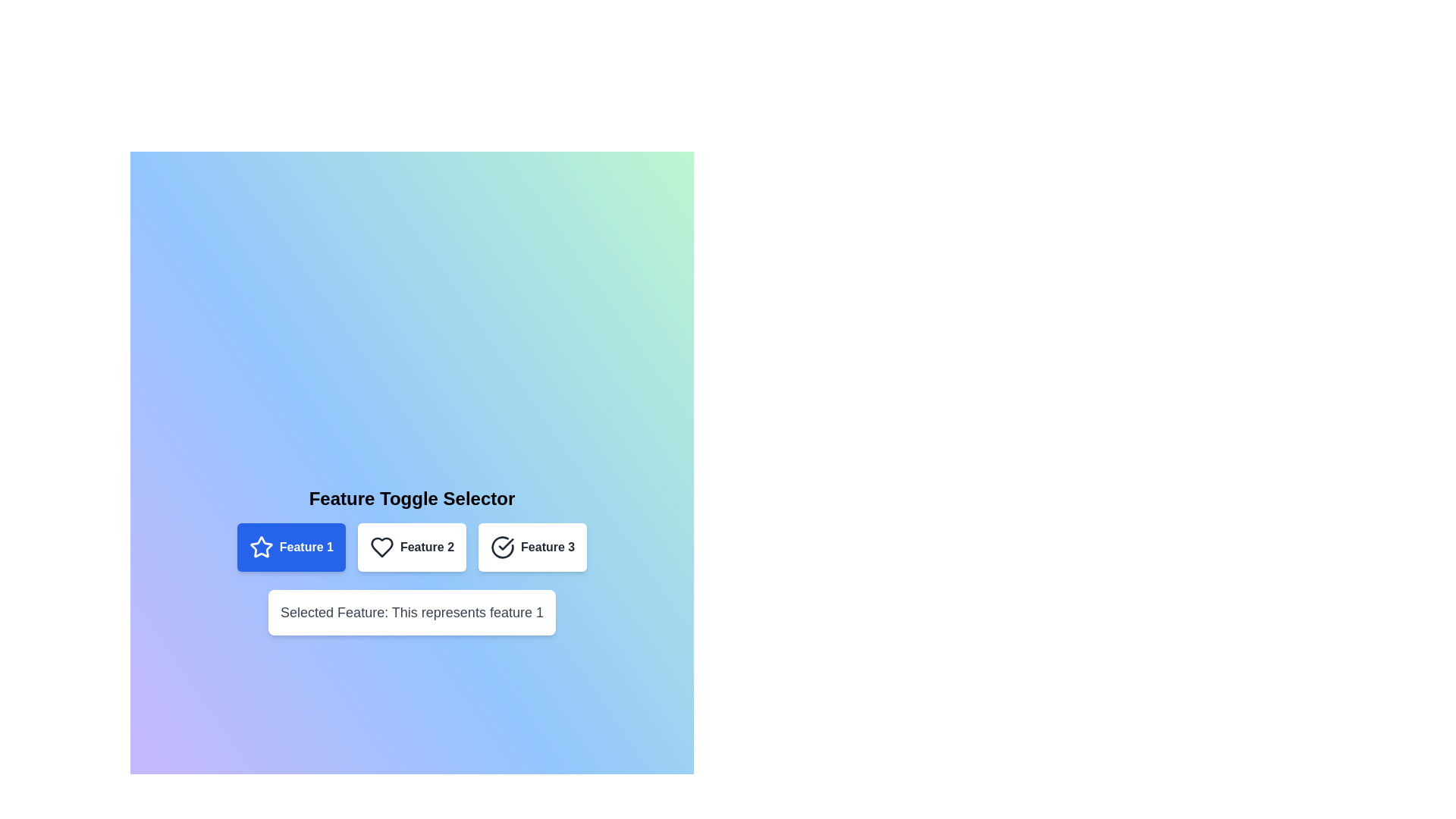 Image resolution: width=1456 pixels, height=819 pixels. Describe the element at coordinates (291, 547) in the screenshot. I see `button labeled 'Feature 1' to select it` at that location.